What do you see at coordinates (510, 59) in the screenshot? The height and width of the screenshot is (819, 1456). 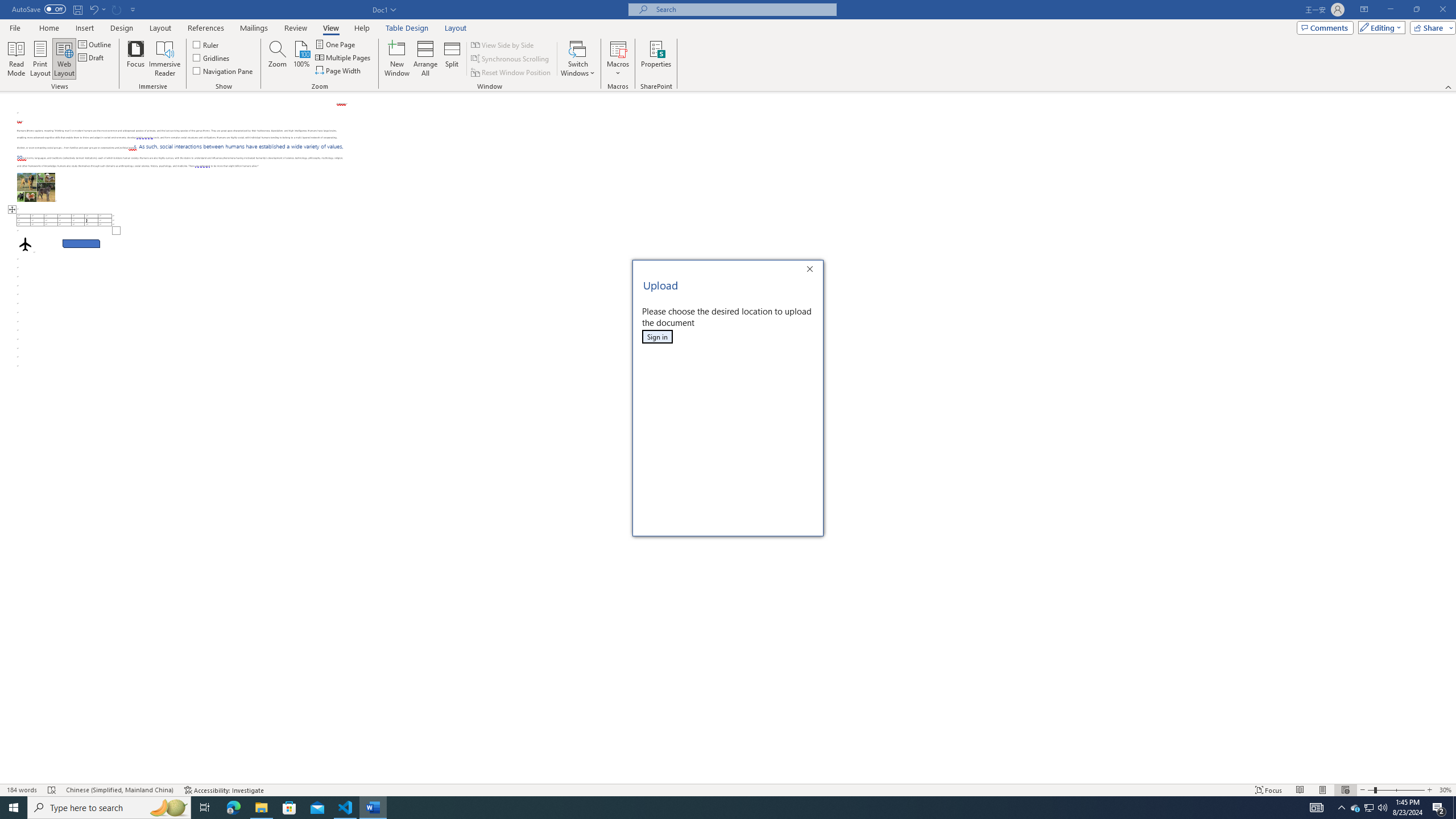 I see `'Synchronous Scrolling'` at bounding box center [510, 59].